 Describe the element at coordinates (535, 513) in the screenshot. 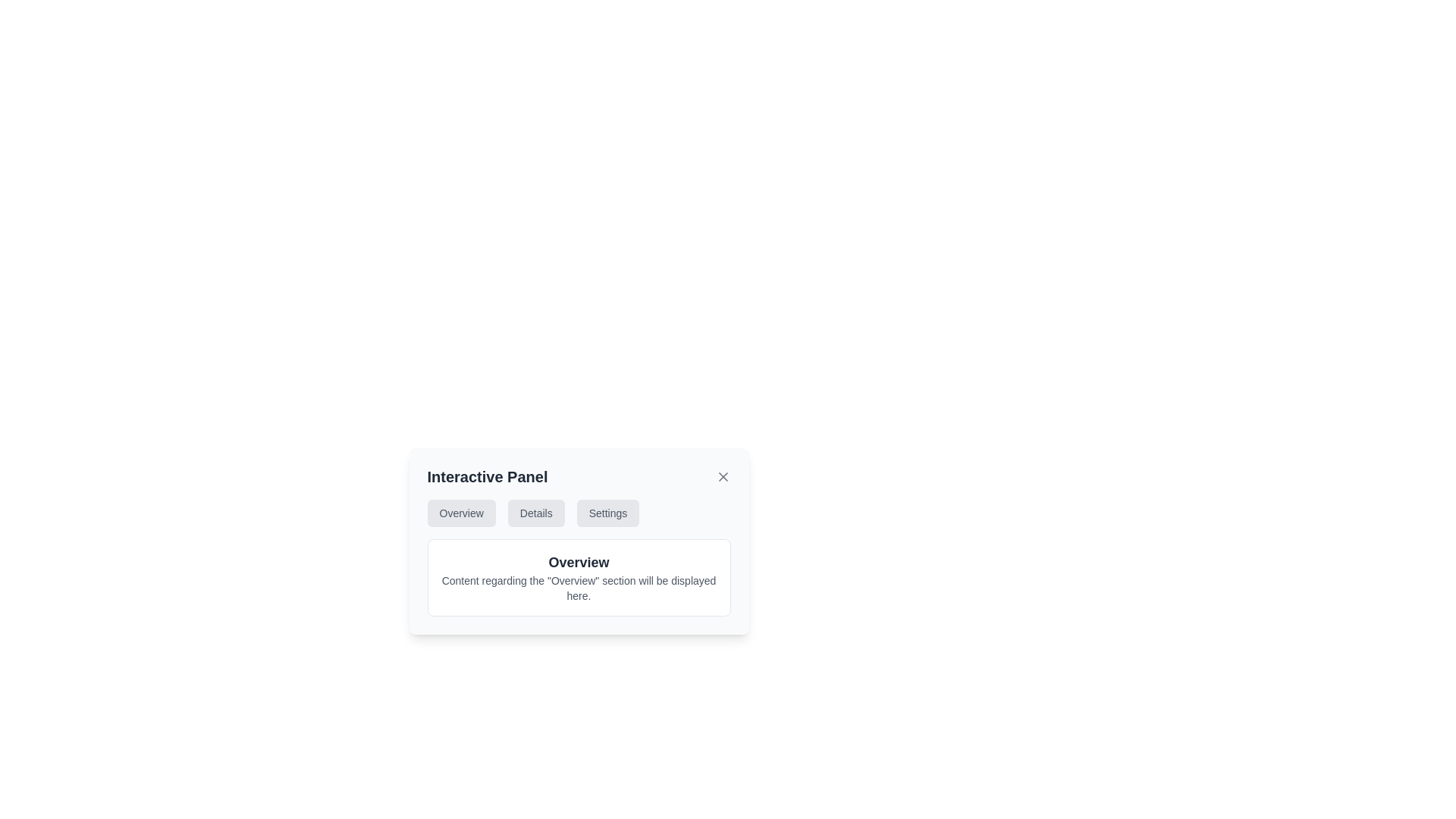

I see `the 'Details' button, which is a medium-sized rectangular button with a light gray background and bold black text, positioned between the 'Overview' and 'Settings' buttons in the horizontal menu` at that location.